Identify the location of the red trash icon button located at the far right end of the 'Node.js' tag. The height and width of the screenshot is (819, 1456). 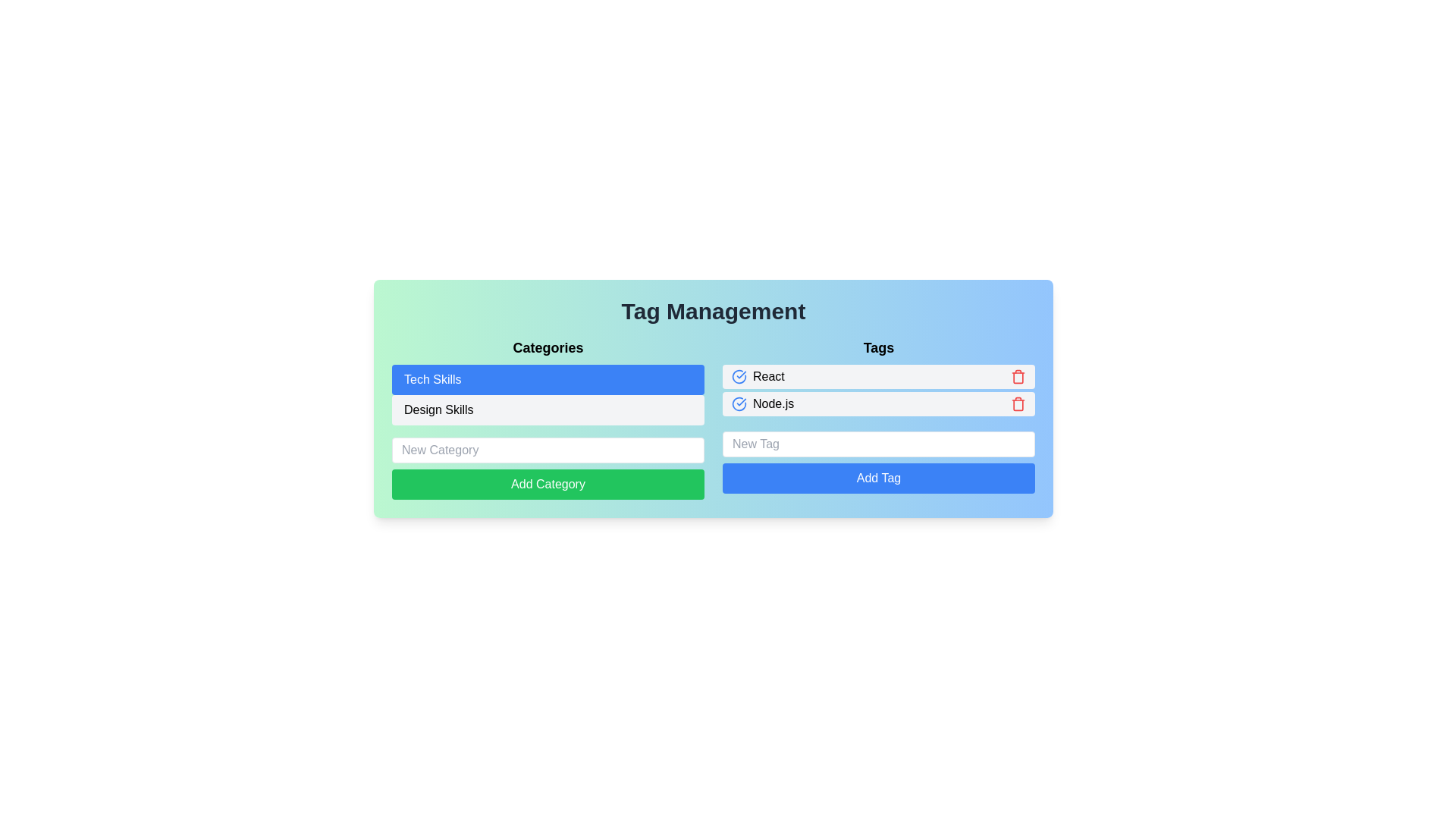
(1018, 403).